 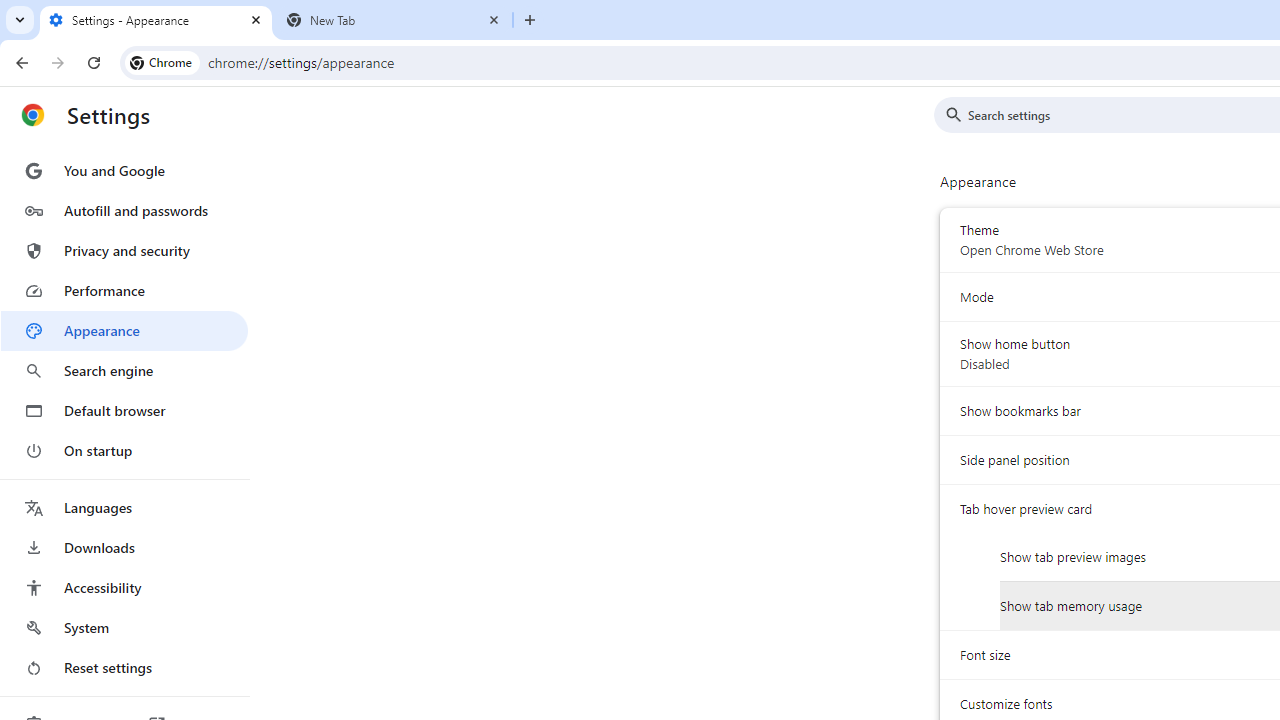 I want to click on 'On startup', so click(x=123, y=451).